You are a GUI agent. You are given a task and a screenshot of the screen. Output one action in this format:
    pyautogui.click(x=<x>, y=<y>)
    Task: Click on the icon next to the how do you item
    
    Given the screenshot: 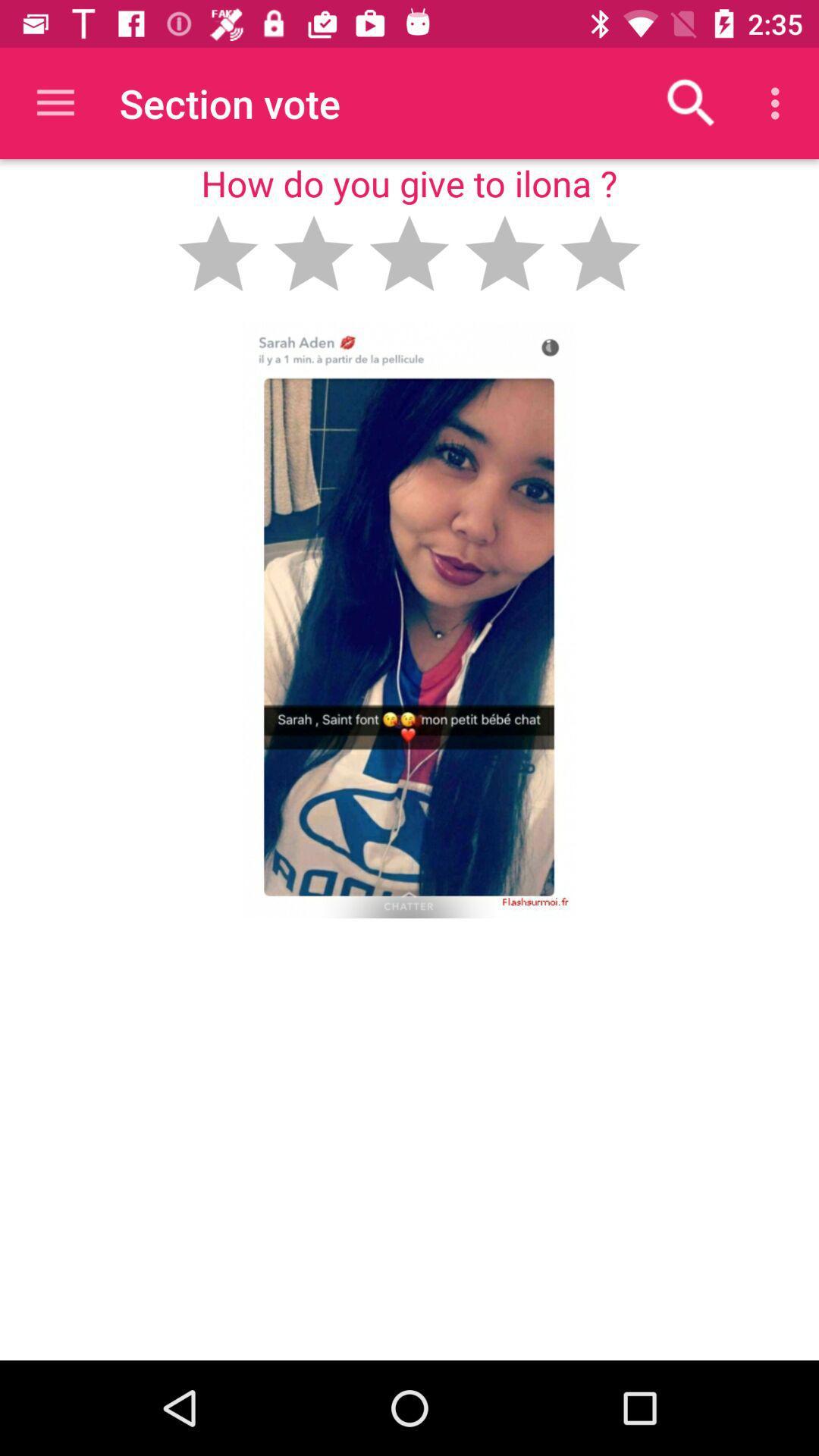 What is the action you would take?
    pyautogui.click(x=691, y=102)
    